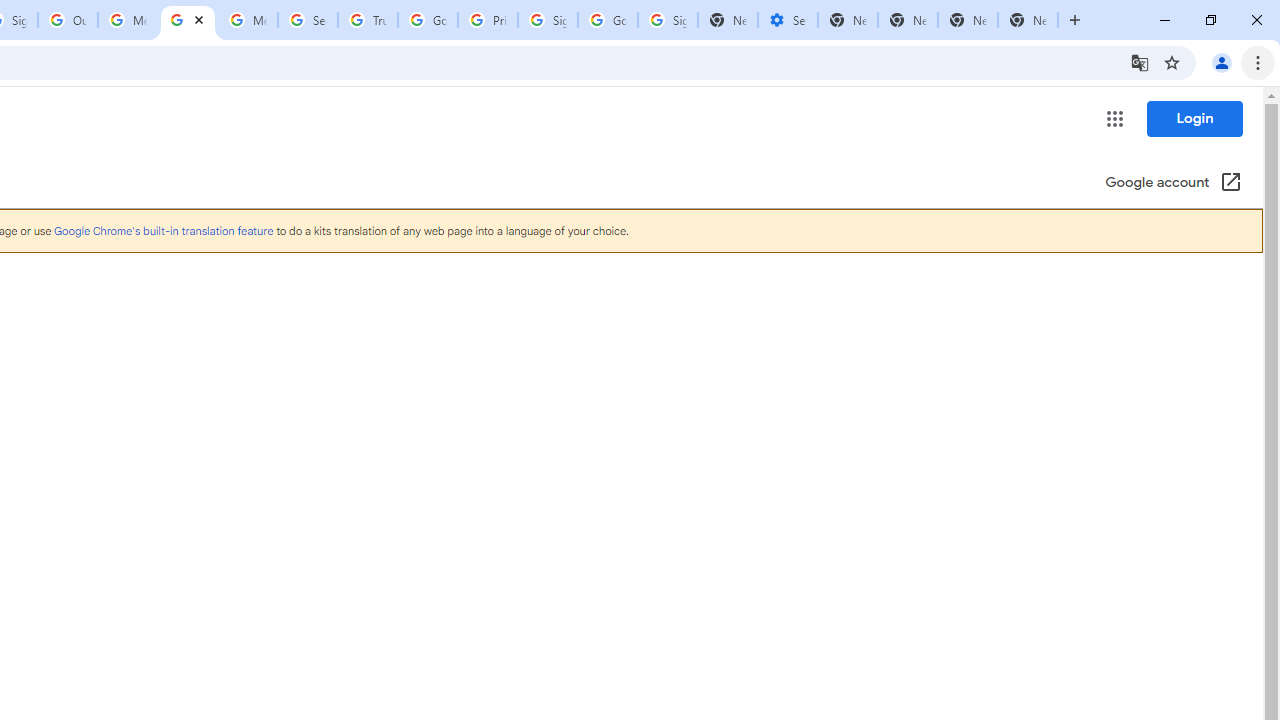  I want to click on 'Sign in - Google Accounts', so click(548, 20).